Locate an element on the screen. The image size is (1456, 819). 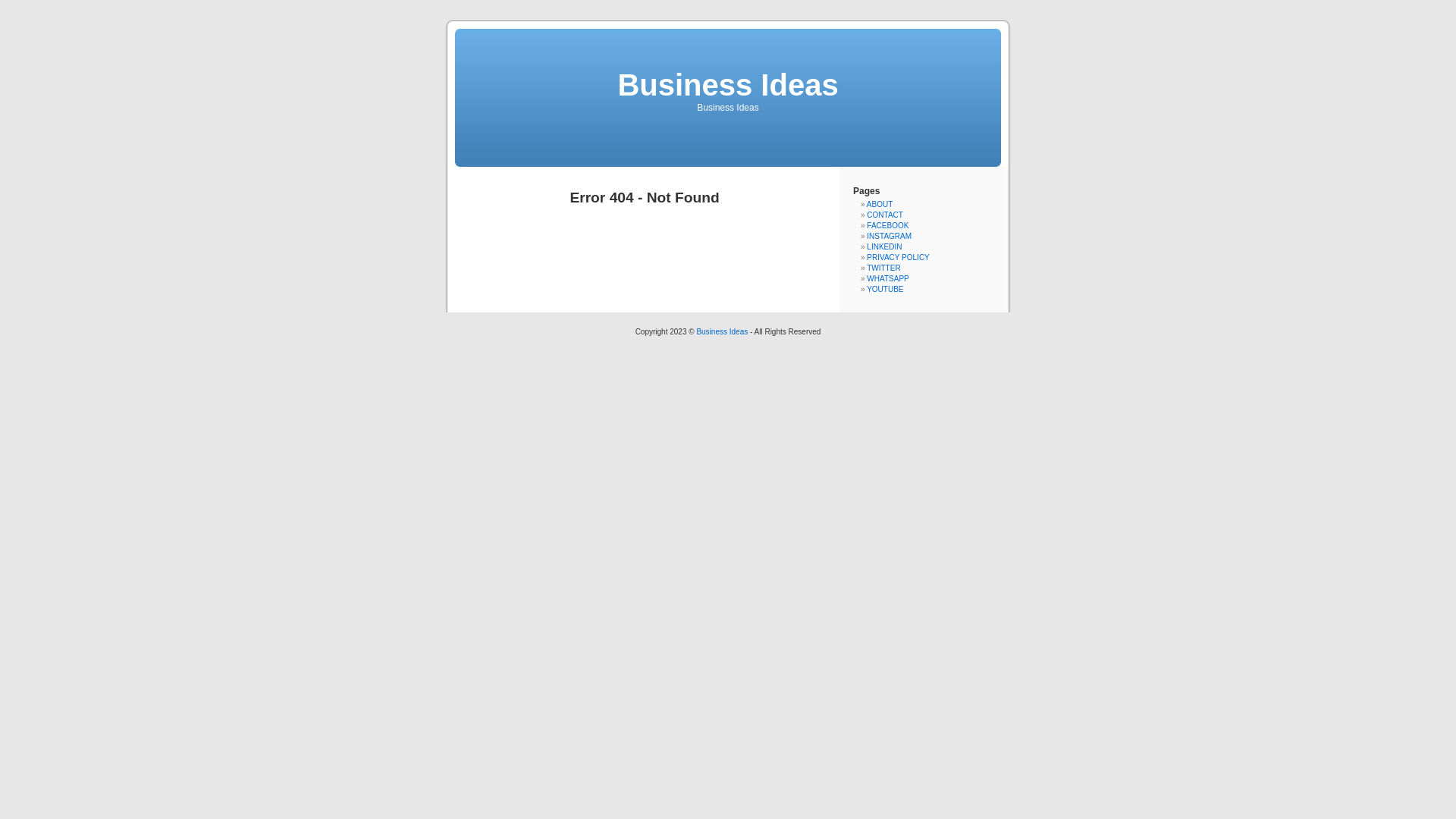
'INSTAGRAM' is located at coordinates (866, 236).